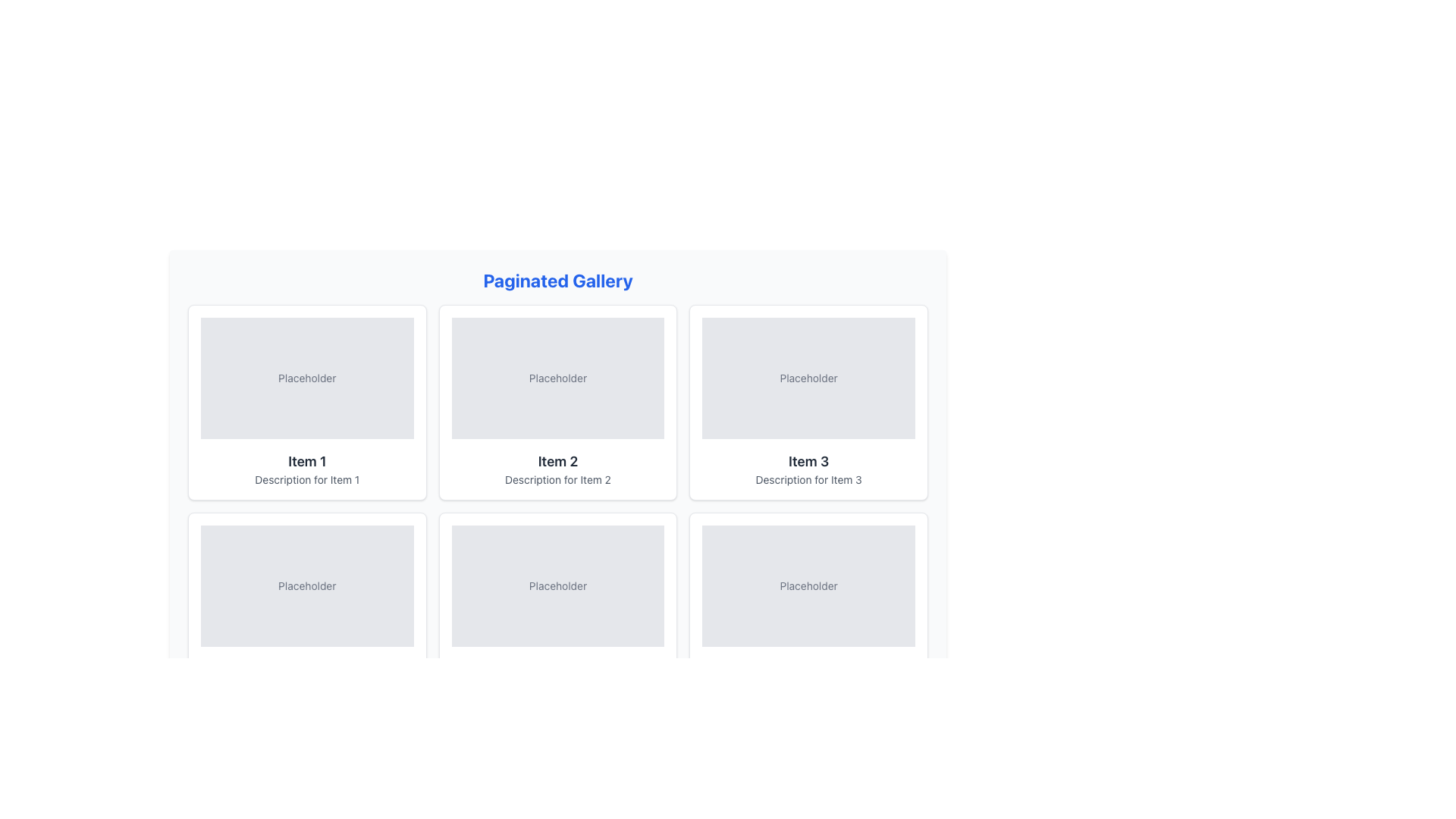 Image resolution: width=1456 pixels, height=819 pixels. I want to click on the Static Placeholder Block, which is a rectangular area with a light gray background and labeled 'Placeholder' in smaller gray text, located in the second row, second column of the paginated gallery under 'Item 5', so click(557, 585).